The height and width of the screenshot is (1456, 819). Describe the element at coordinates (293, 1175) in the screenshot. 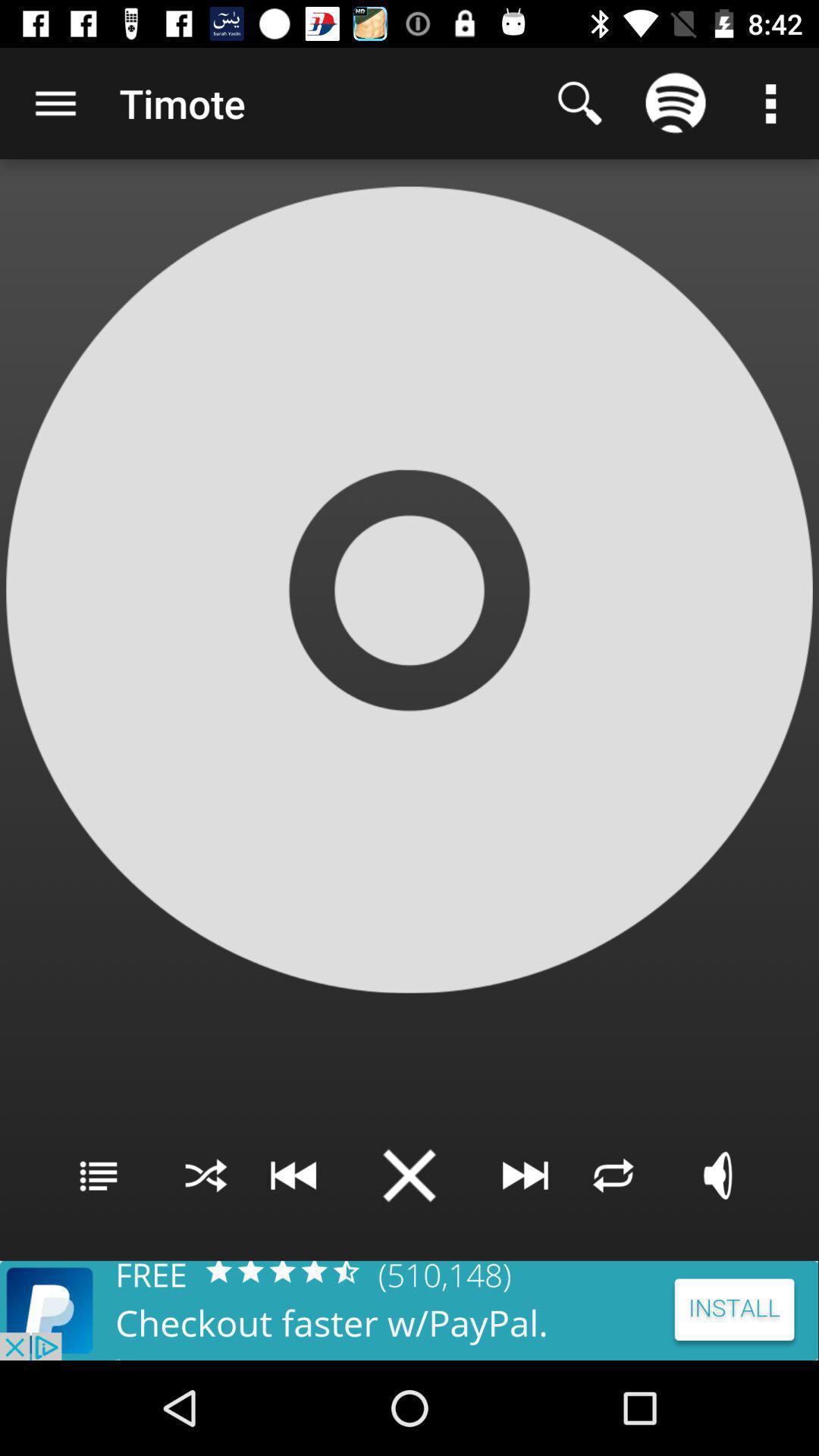

I see `the av_rewind icon` at that location.